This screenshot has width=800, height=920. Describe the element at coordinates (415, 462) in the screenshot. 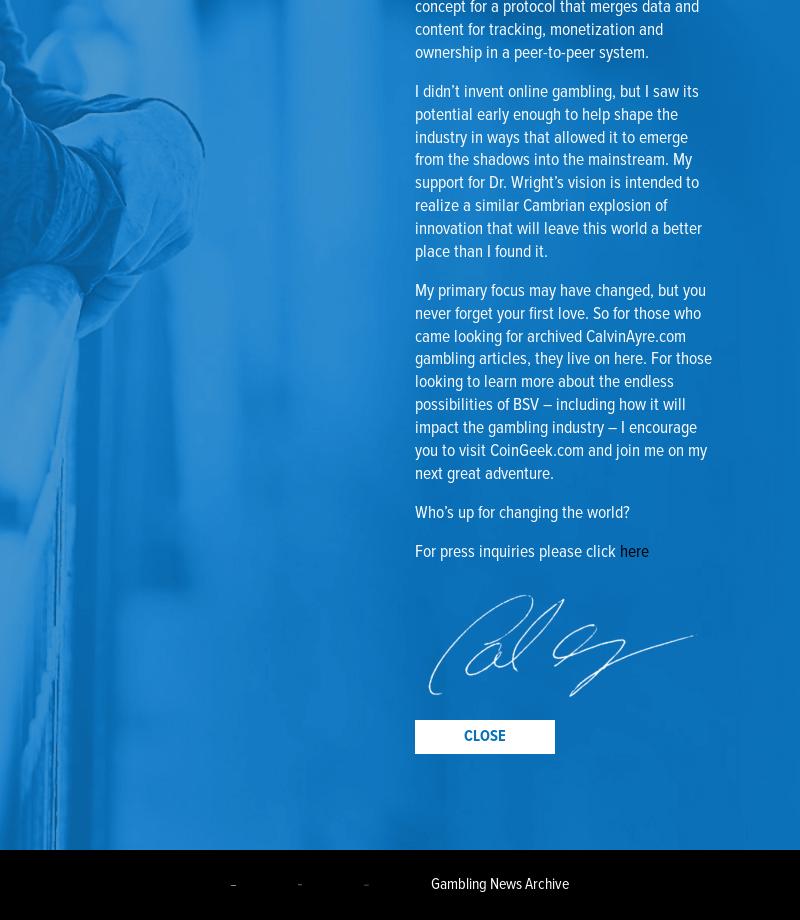

I see `'and join me on my next great adventure.'` at that location.